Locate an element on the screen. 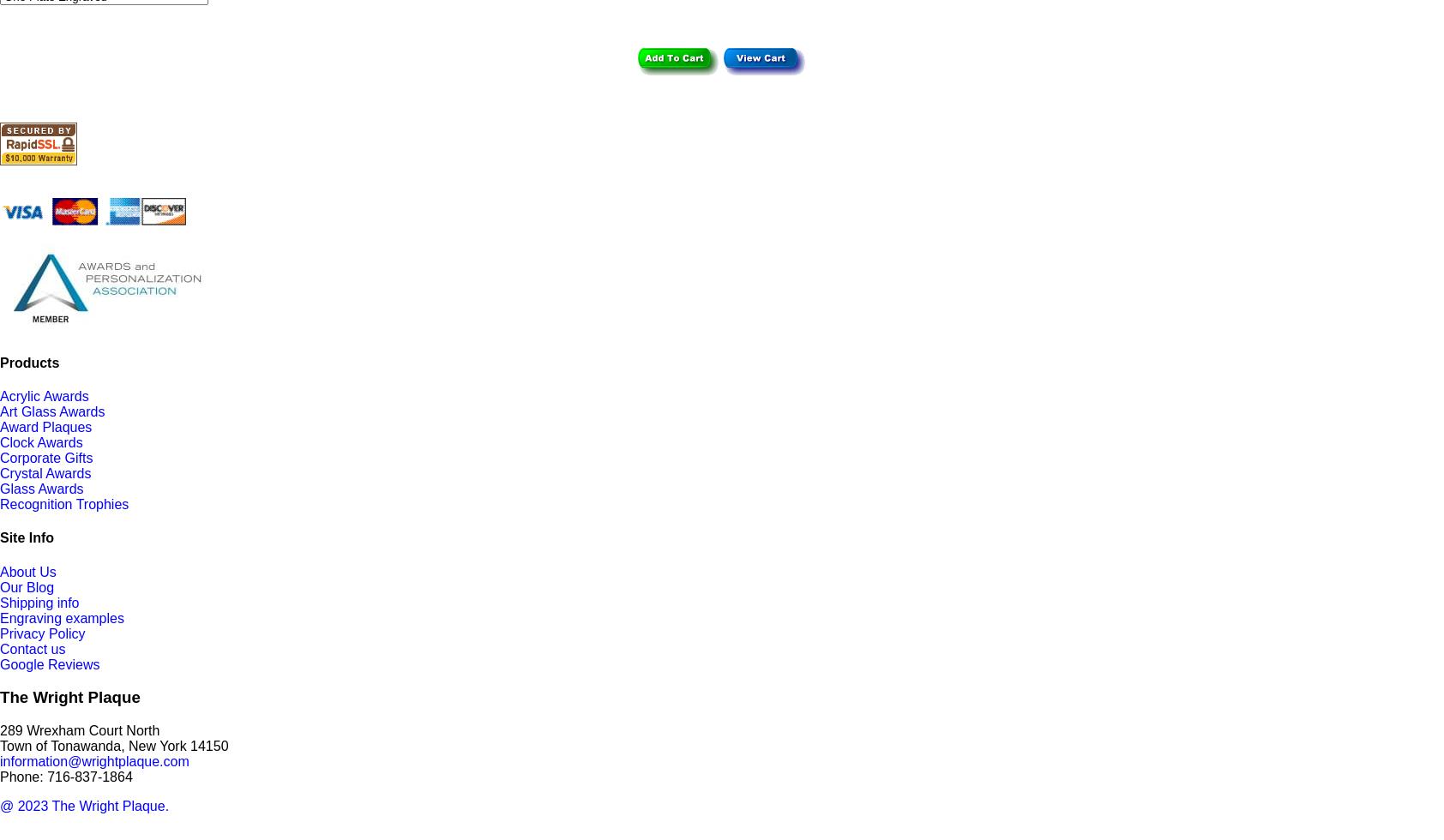 The height and width of the screenshot is (840, 1444). 'Products' is located at coordinates (0, 362).